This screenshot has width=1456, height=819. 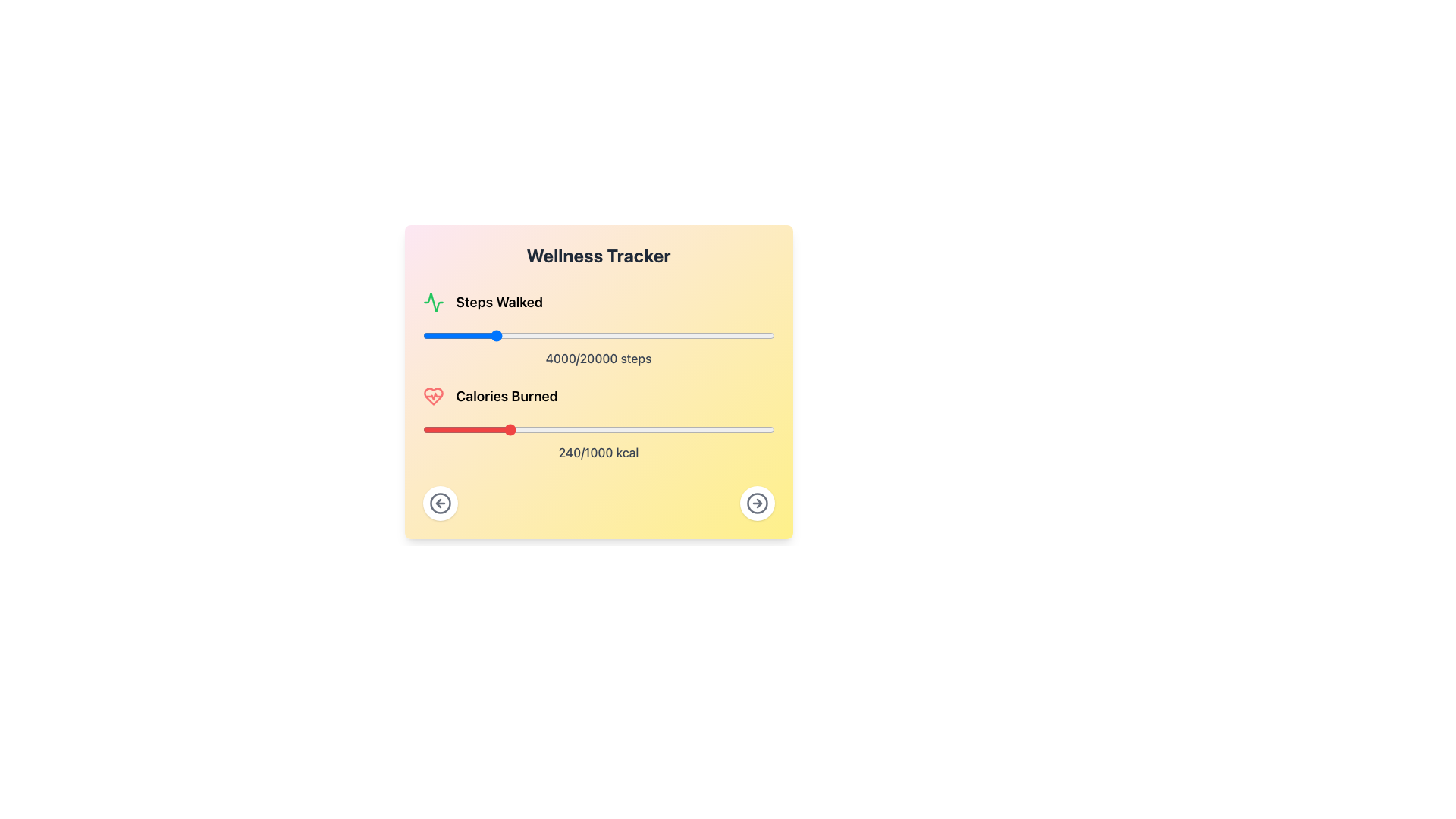 I want to click on the text label that serves as the header for the wellness tracking section, indicating the data displayed below about steps walked and calories burned, so click(x=598, y=254).